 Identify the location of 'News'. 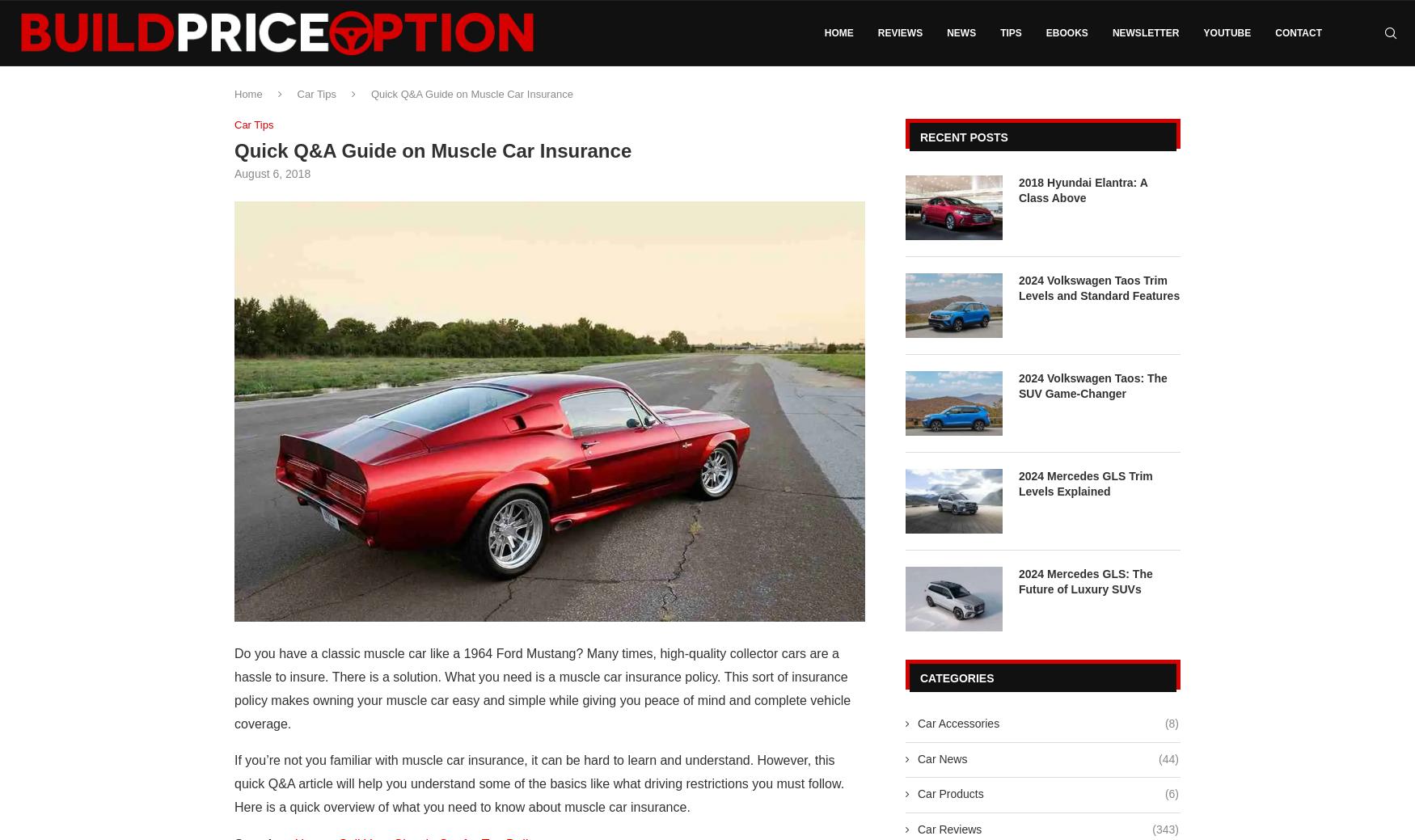
(961, 32).